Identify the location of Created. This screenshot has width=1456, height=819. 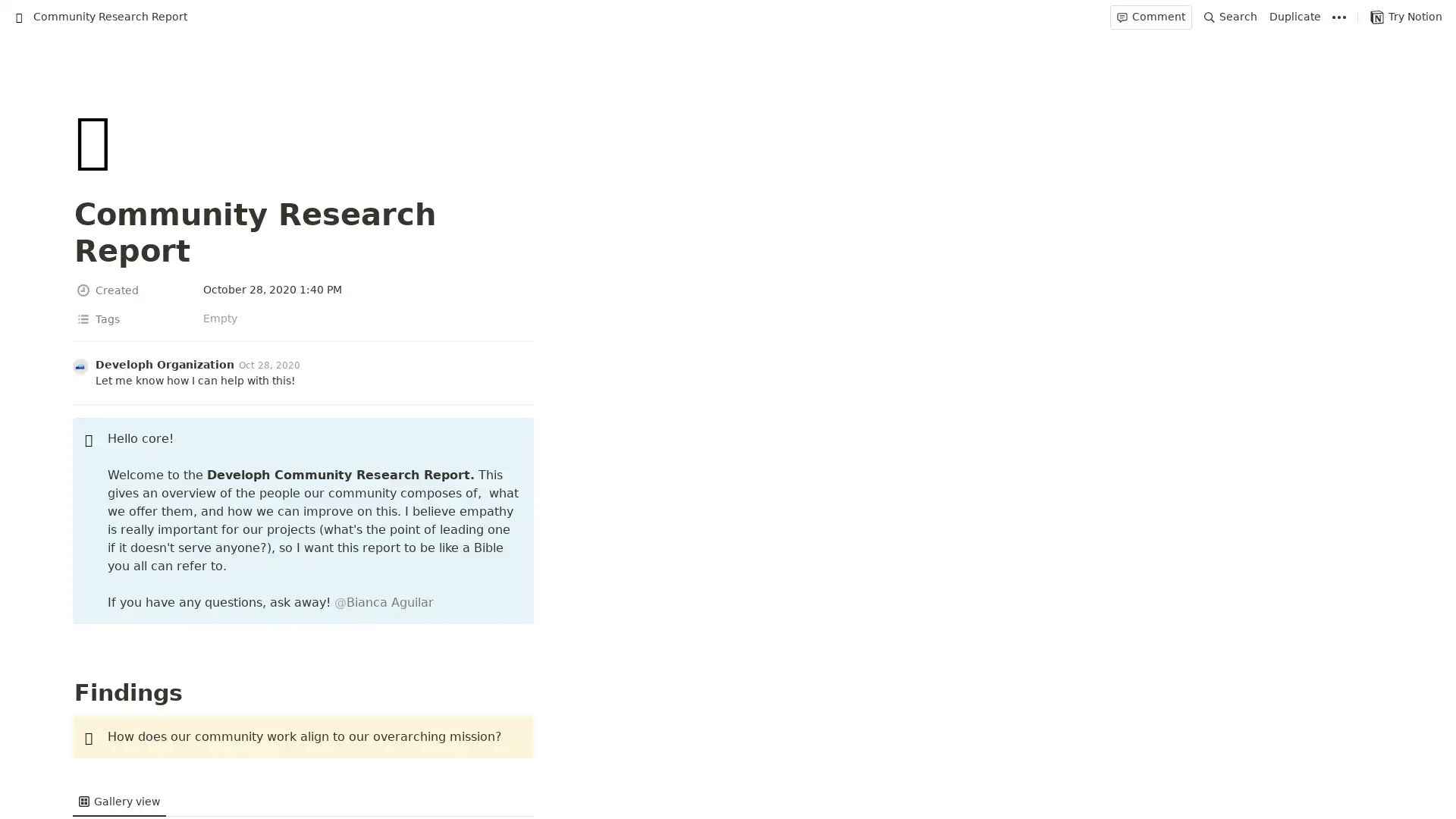
(133, 253).